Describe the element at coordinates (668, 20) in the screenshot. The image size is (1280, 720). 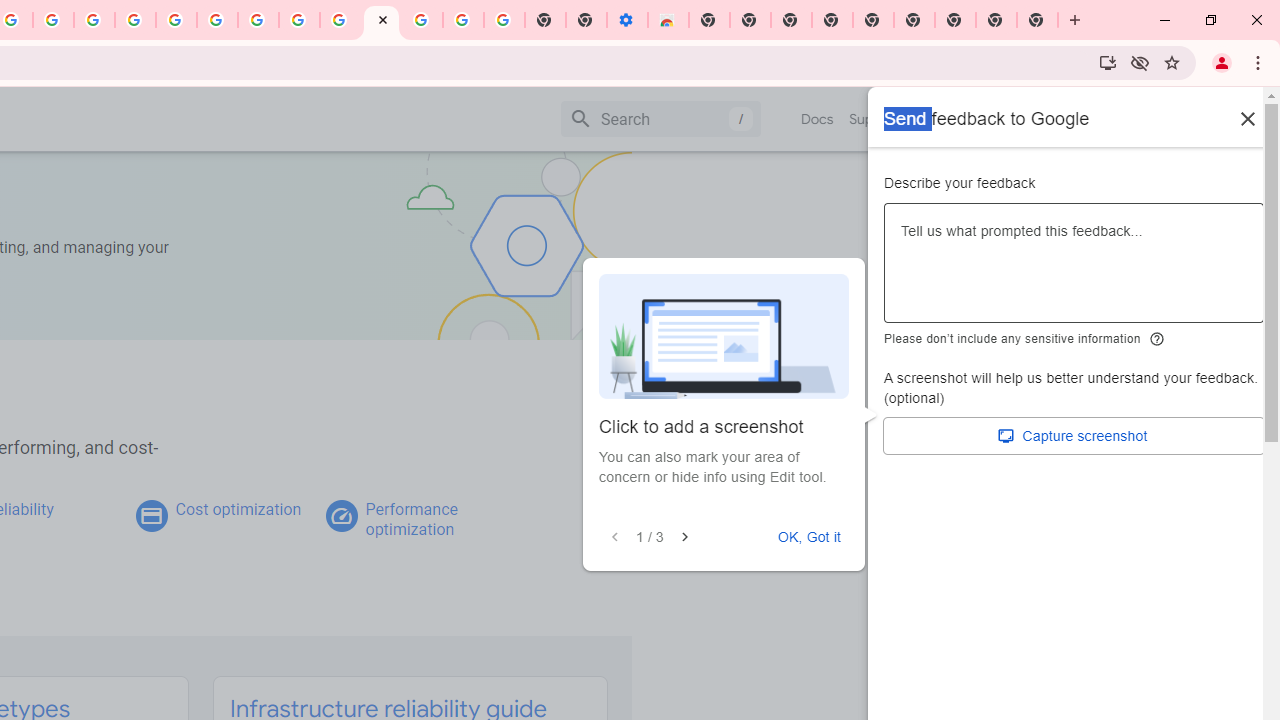
I see `'Chrome Web Store - Accessibility extensions'` at that location.